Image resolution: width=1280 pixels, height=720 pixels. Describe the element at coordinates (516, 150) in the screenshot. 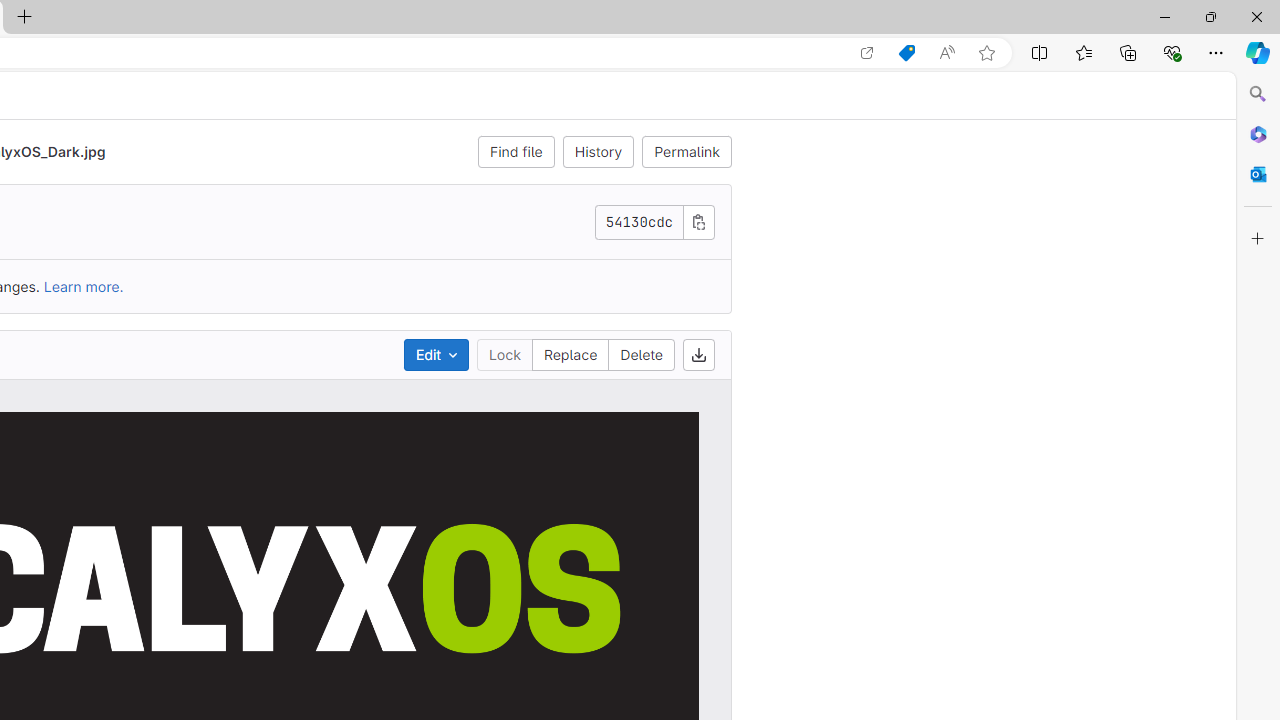

I see `'Find file'` at that location.